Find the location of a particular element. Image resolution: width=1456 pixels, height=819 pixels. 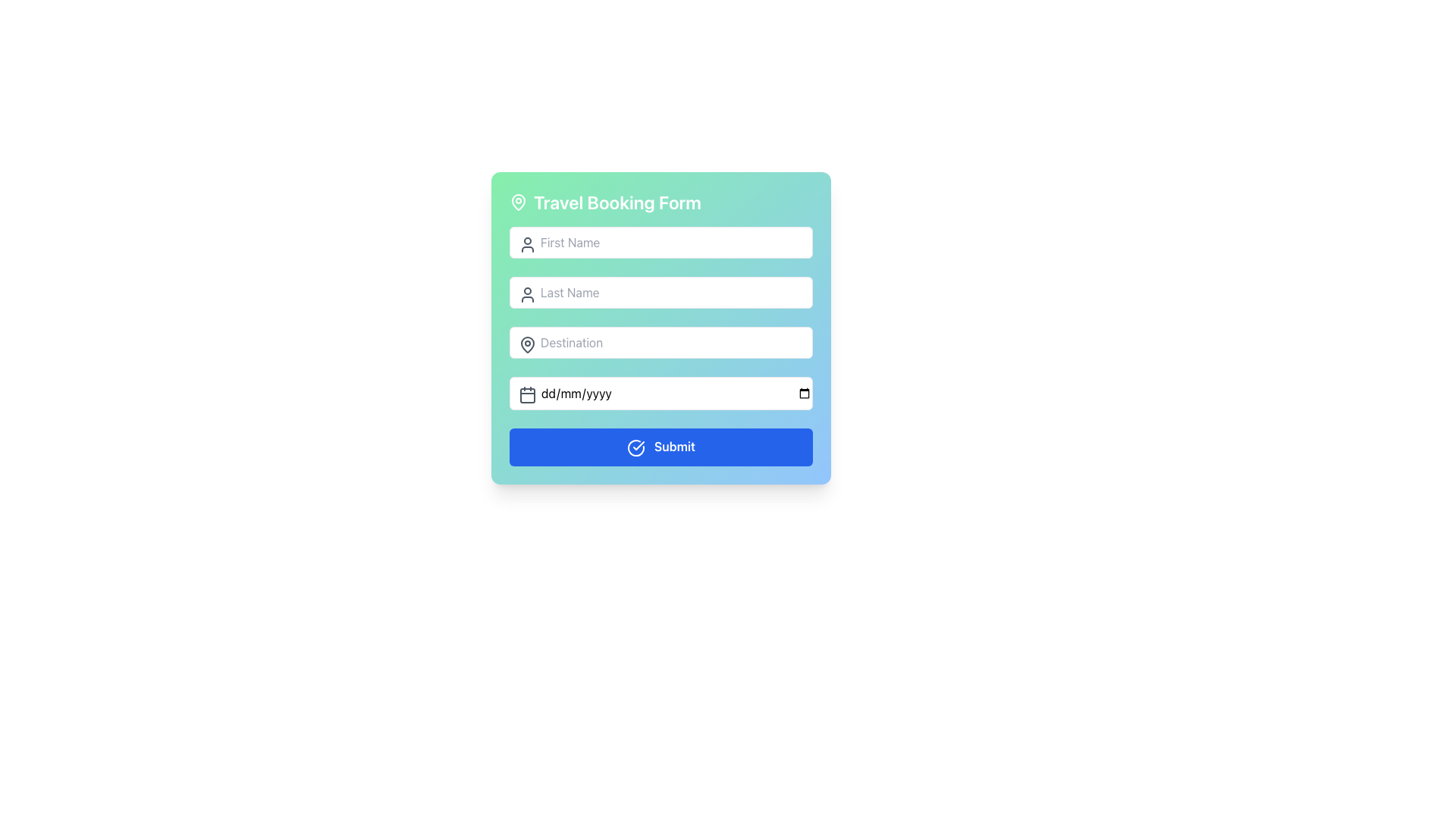

the 'Submit' button with a blue background and a white checkmark icon at the bottom of the 'Travel Booking Form' is located at coordinates (661, 446).